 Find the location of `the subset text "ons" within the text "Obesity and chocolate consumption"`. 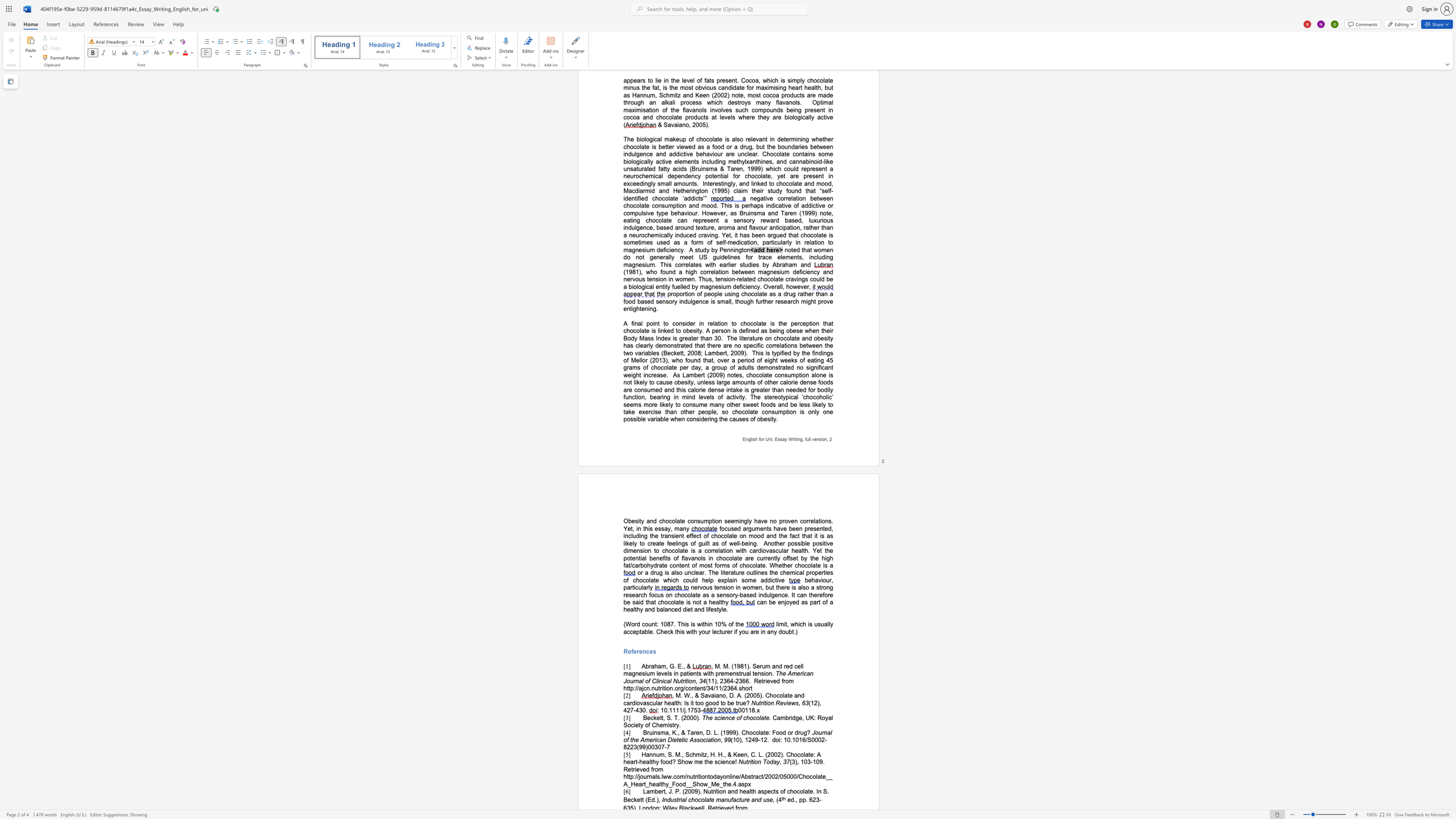

the subset text "ons" within the text "Obesity and chocolate consumption" is located at coordinates (691, 520).